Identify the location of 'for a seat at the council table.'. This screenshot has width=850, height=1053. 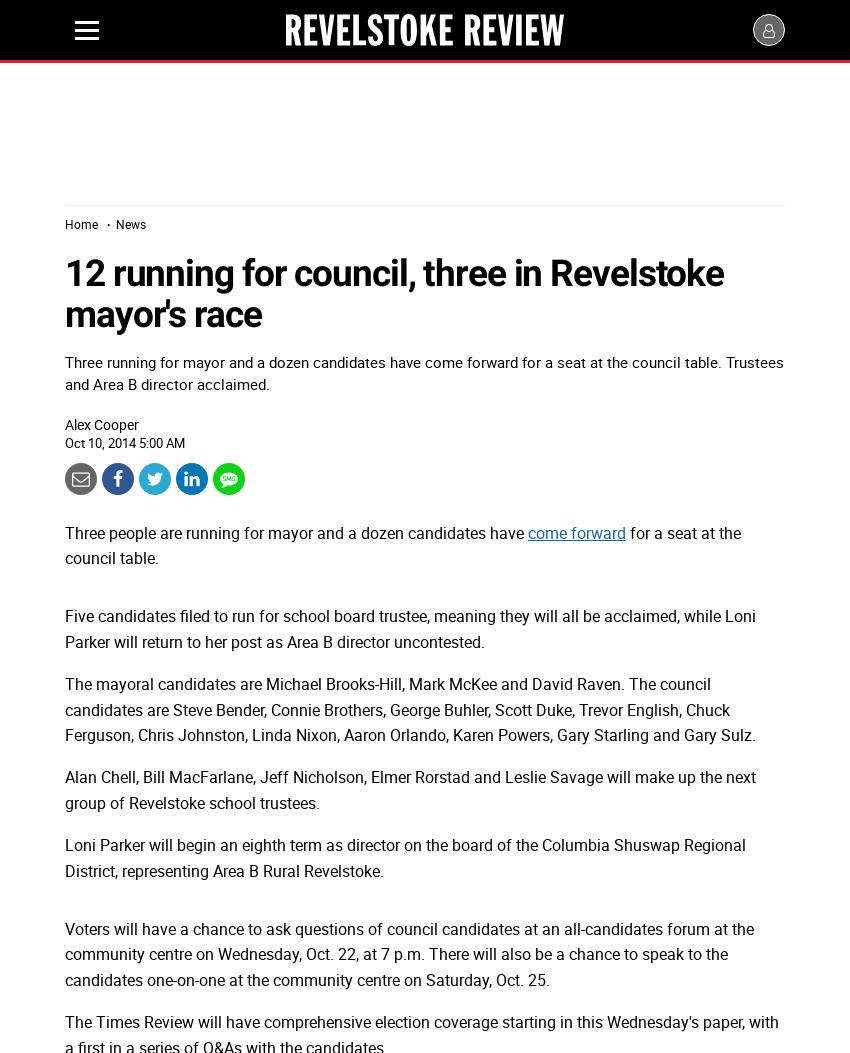
(65, 544).